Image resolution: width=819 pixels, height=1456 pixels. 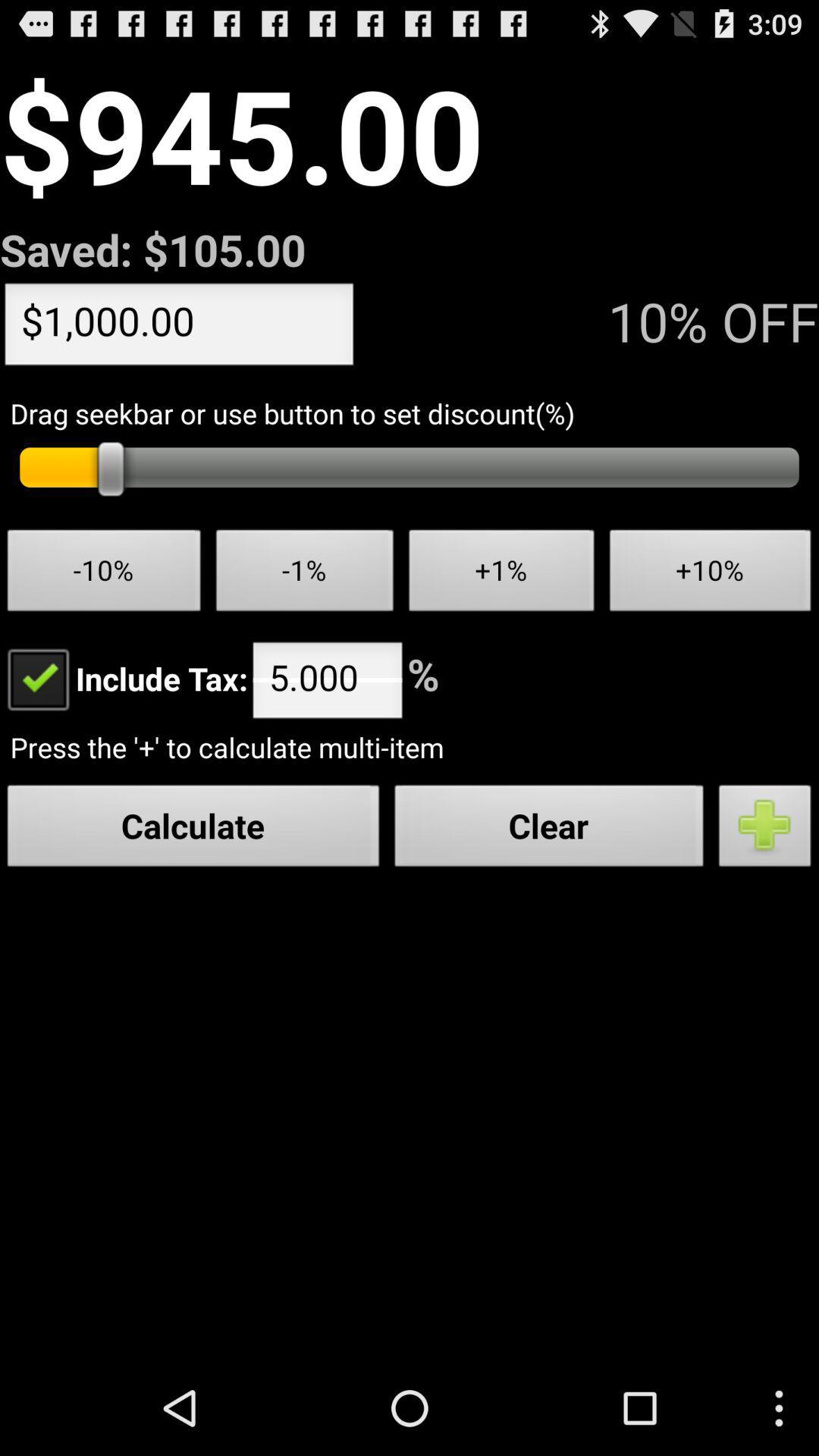 I want to click on clear, so click(x=549, y=829).